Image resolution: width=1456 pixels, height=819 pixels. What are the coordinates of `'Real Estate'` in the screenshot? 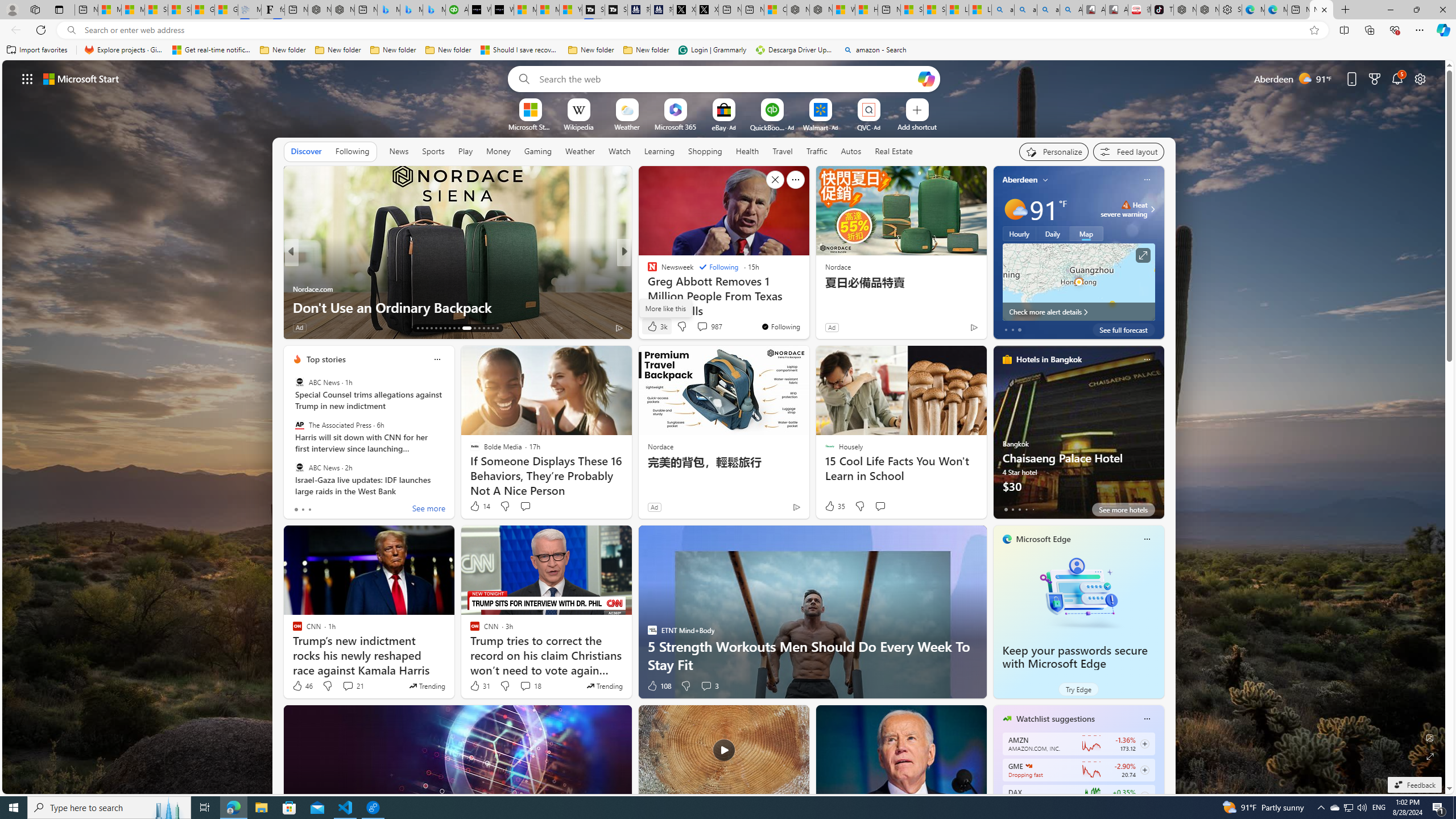 It's located at (893, 150).